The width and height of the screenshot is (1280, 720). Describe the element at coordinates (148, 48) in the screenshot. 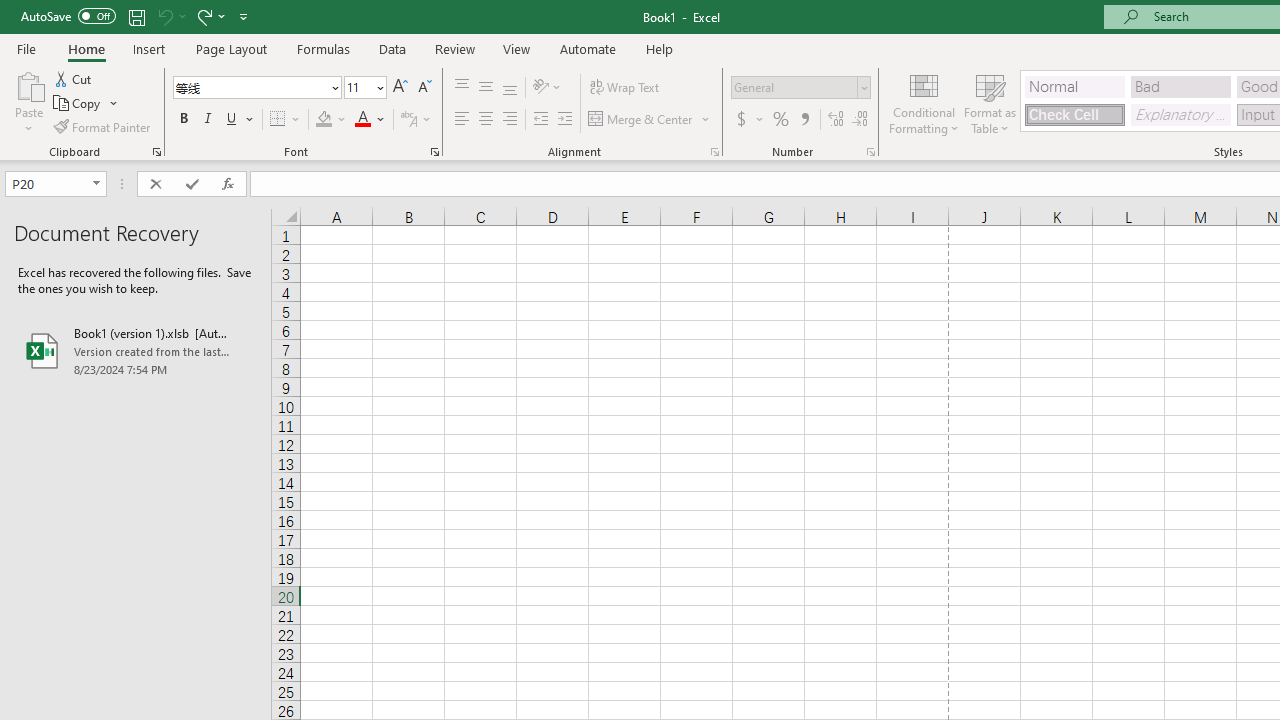

I see `'Insert'` at that location.